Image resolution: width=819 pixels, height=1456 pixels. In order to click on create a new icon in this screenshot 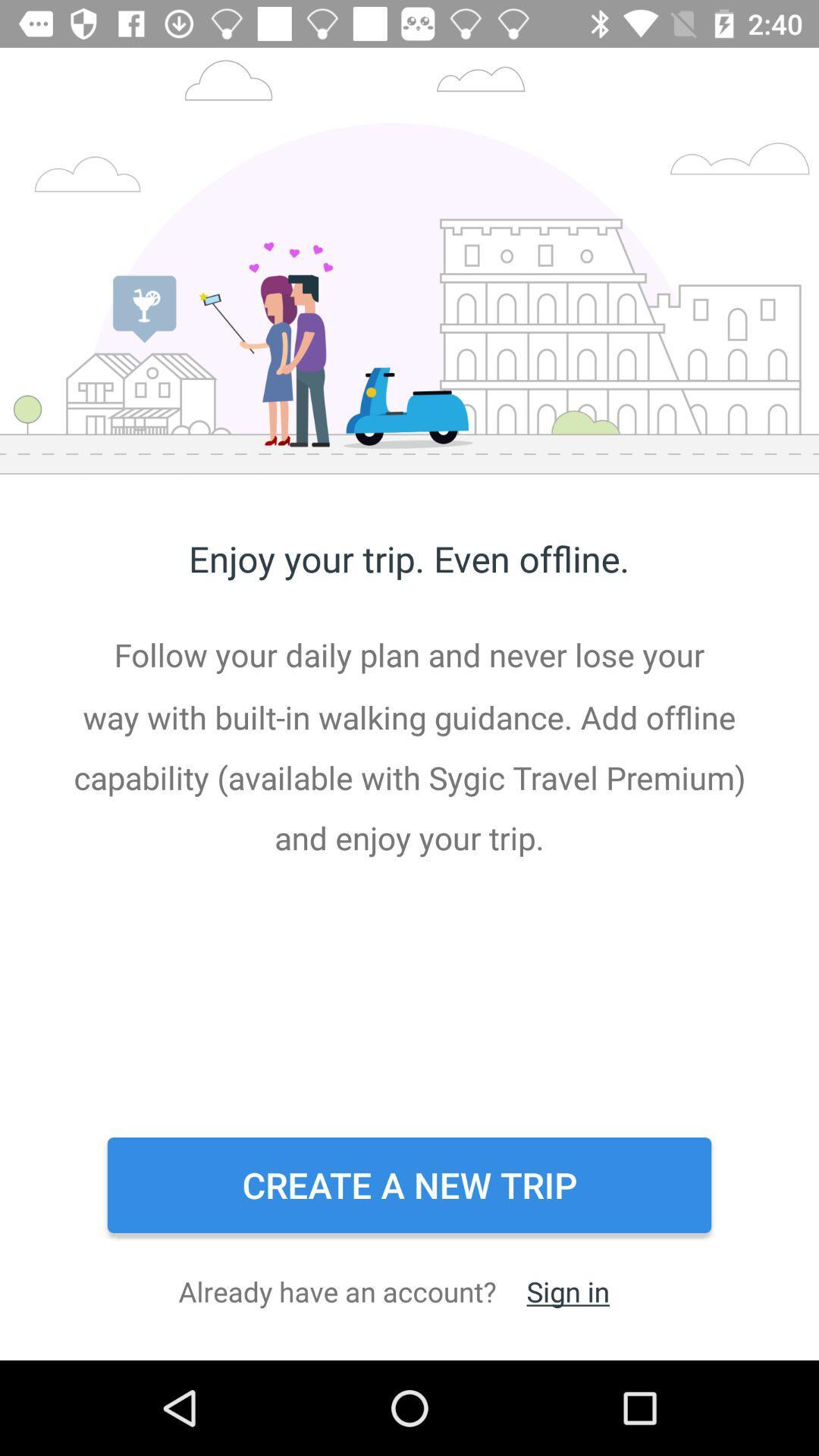, I will do `click(409, 1185)`.